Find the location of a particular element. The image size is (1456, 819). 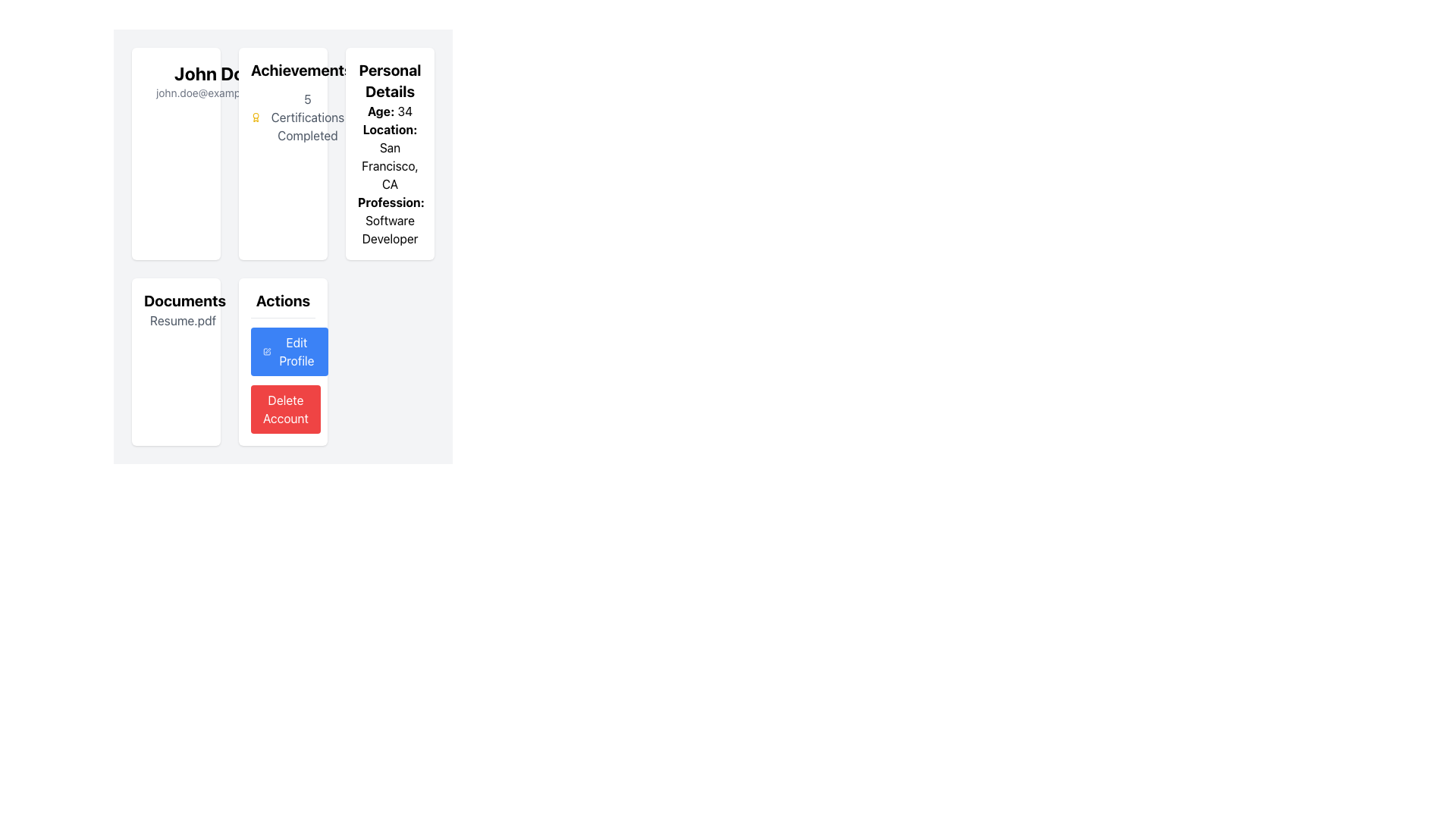

the text label displaying 'Resume.pdf' located within the 'Documents' section is located at coordinates (176, 320).